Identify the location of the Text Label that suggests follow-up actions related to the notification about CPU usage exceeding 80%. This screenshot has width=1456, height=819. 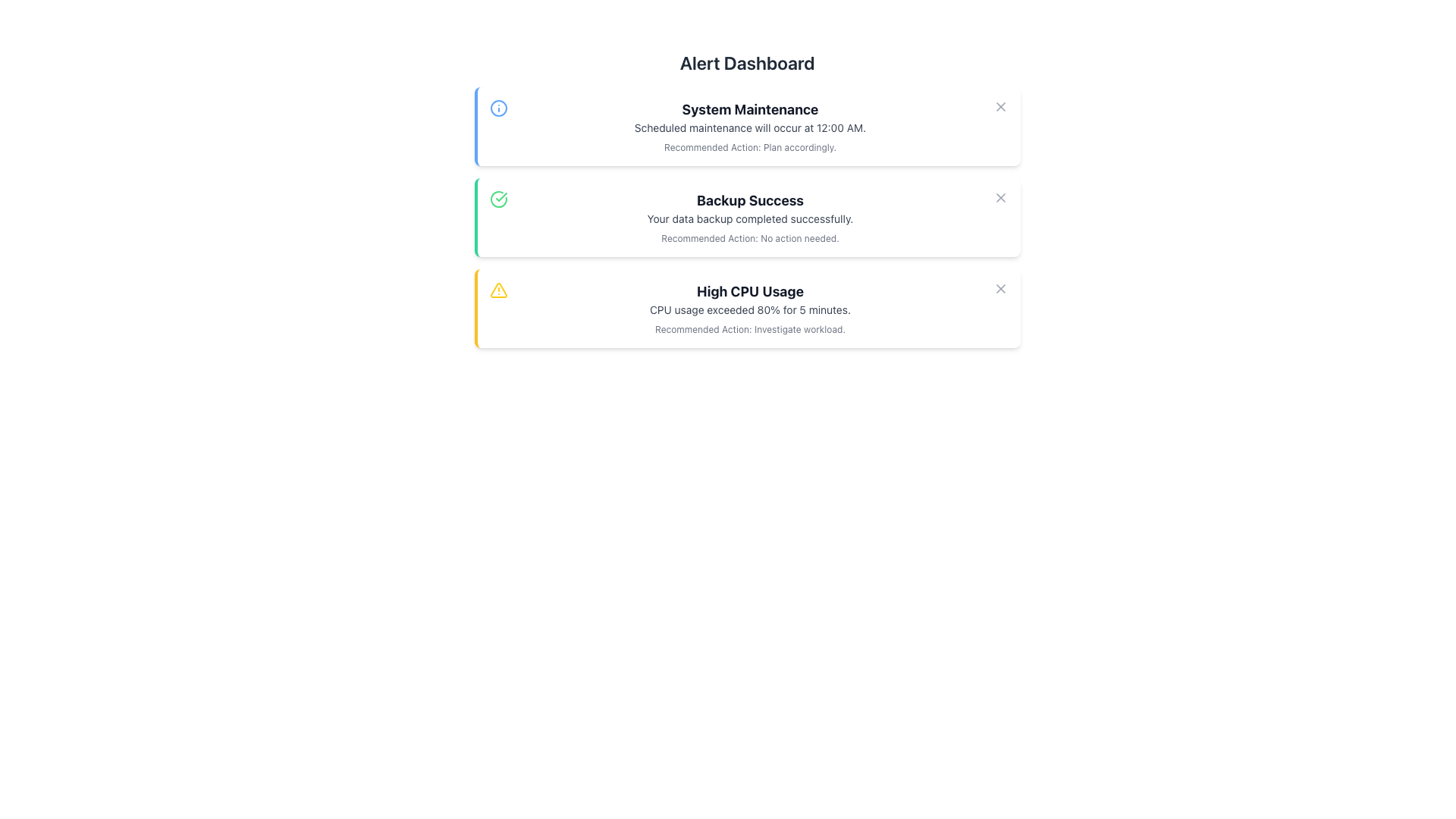
(750, 329).